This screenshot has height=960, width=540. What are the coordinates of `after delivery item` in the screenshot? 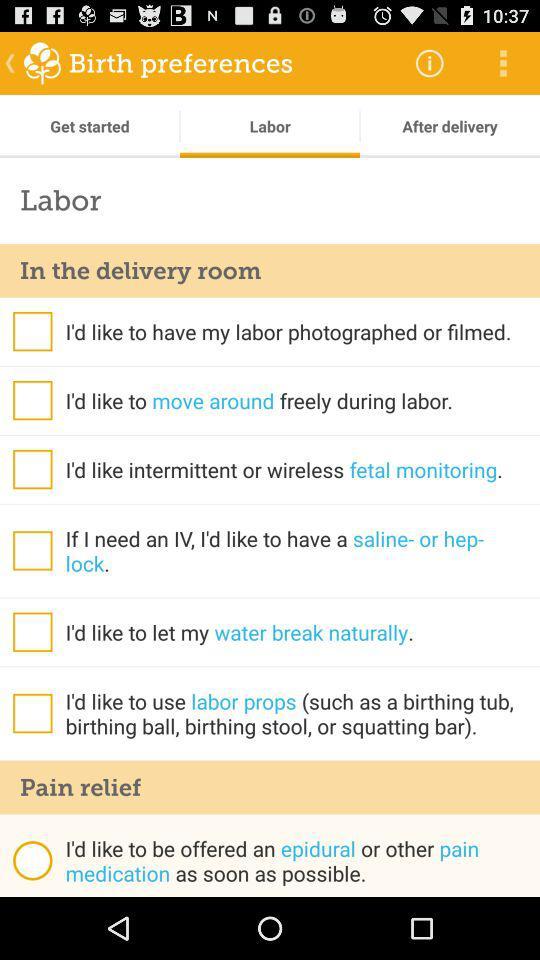 It's located at (449, 125).